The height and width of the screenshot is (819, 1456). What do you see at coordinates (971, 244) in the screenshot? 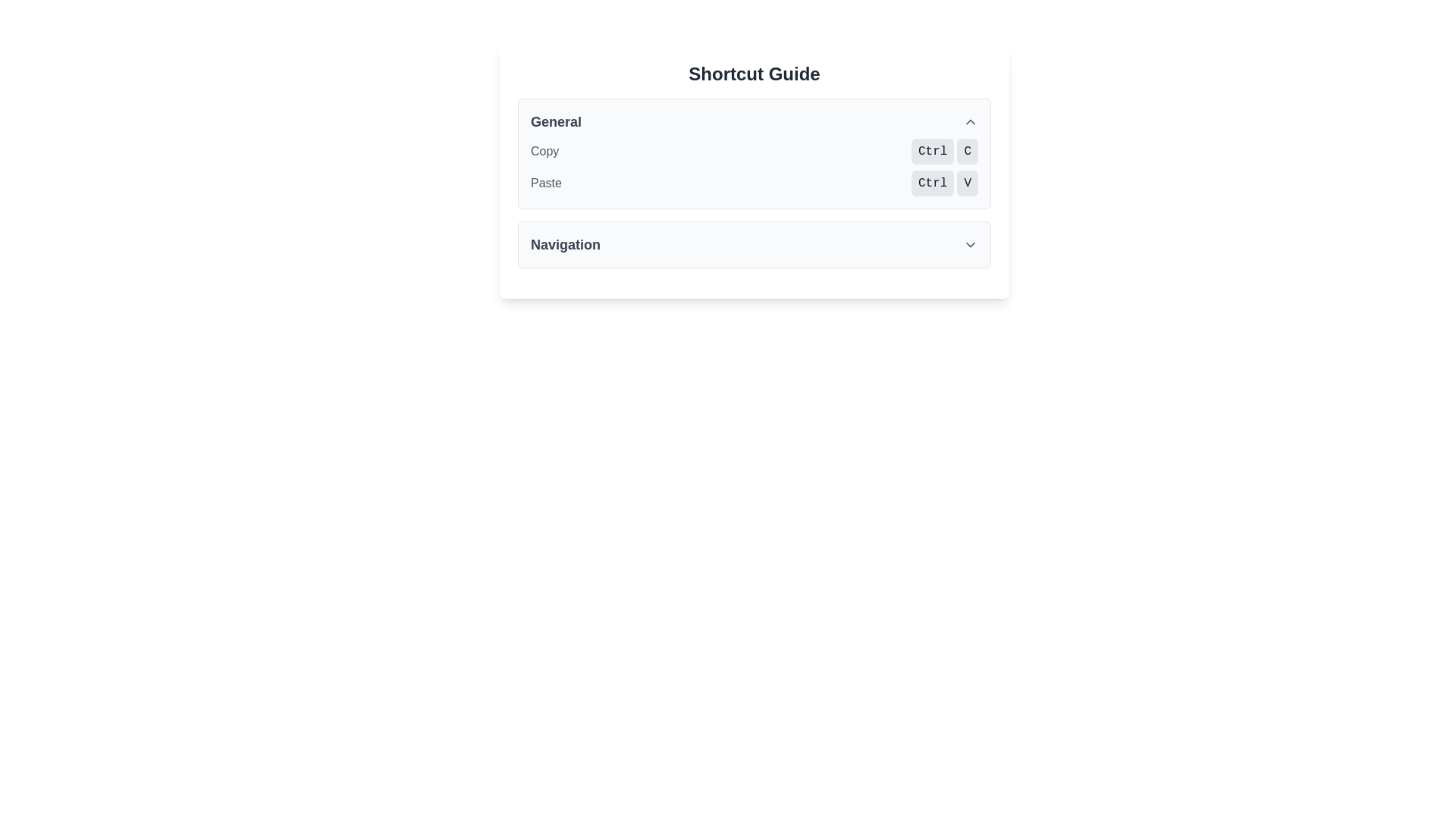
I see `the downward-pointing arrow icon located to the far right of the 'Navigation' label` at bounding box center [971, 244].